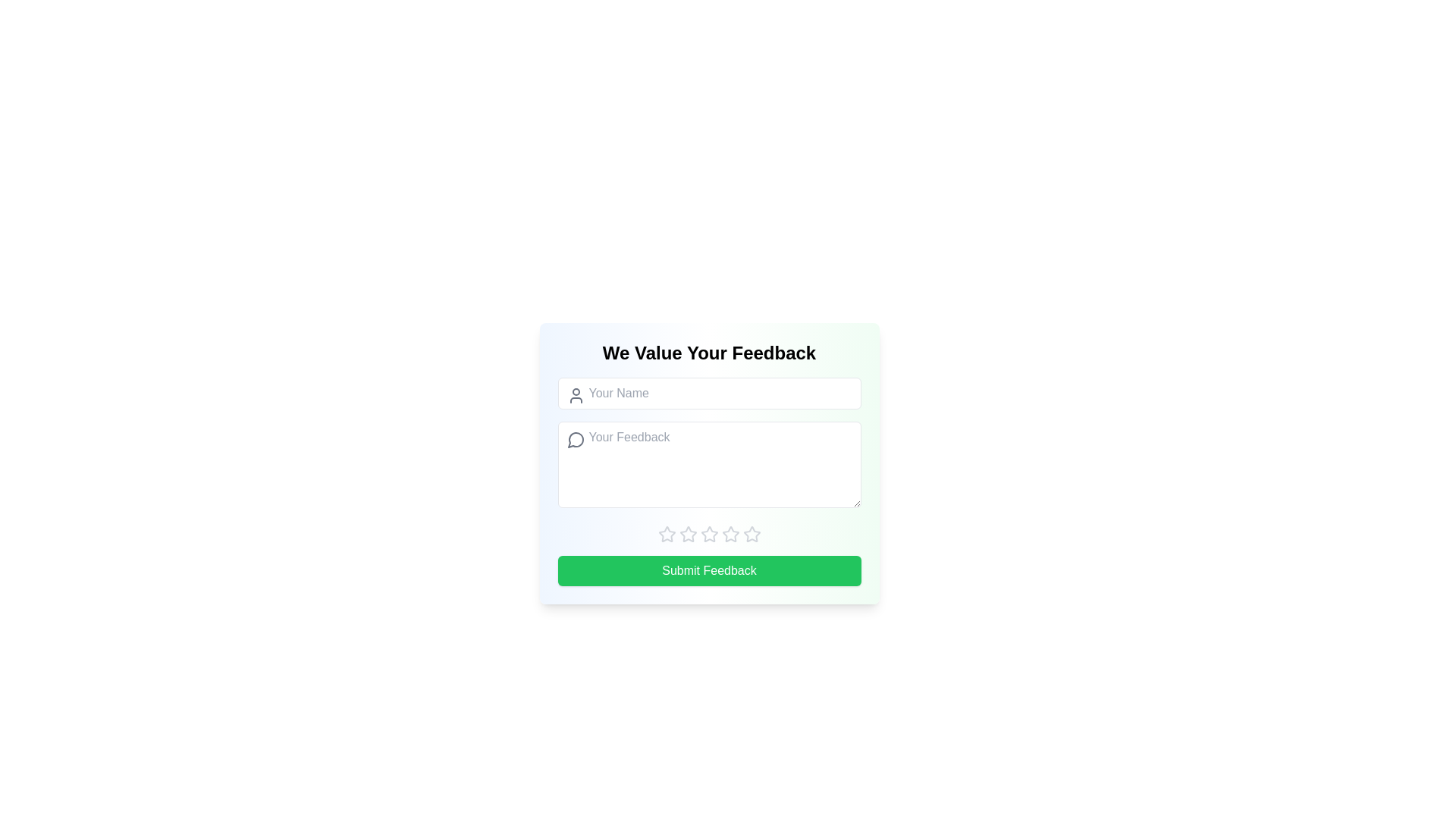 The width and height of the screenshot is (1456, 819). Describe the element at coordinates (730, 534) in the screenshot. I see `the fifth star in the rating component of the user feedback form` at that location.